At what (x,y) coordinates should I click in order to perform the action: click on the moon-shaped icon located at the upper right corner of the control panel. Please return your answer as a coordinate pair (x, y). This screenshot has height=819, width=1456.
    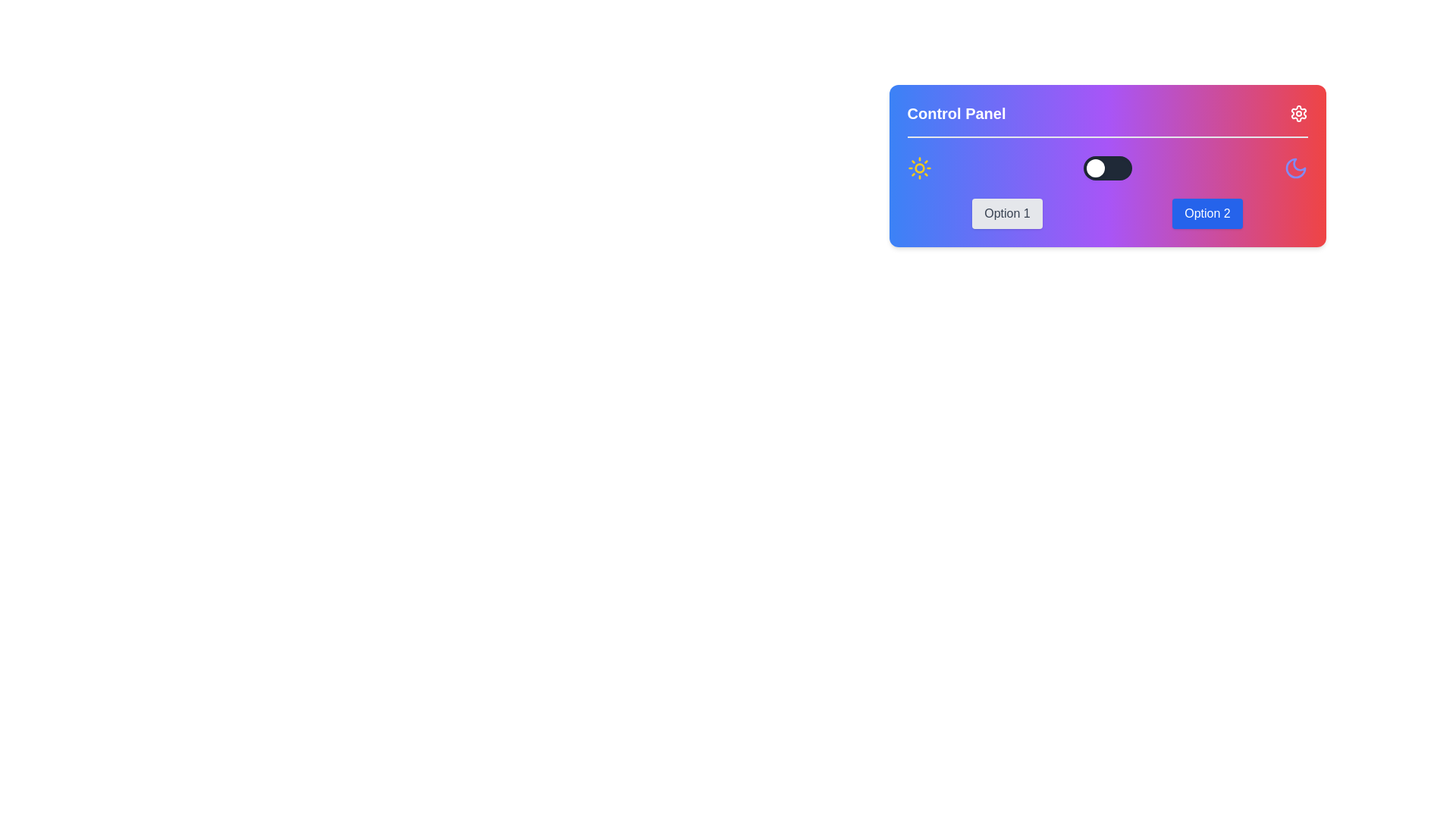
    Looking at the image, I should click on (1294, 168).